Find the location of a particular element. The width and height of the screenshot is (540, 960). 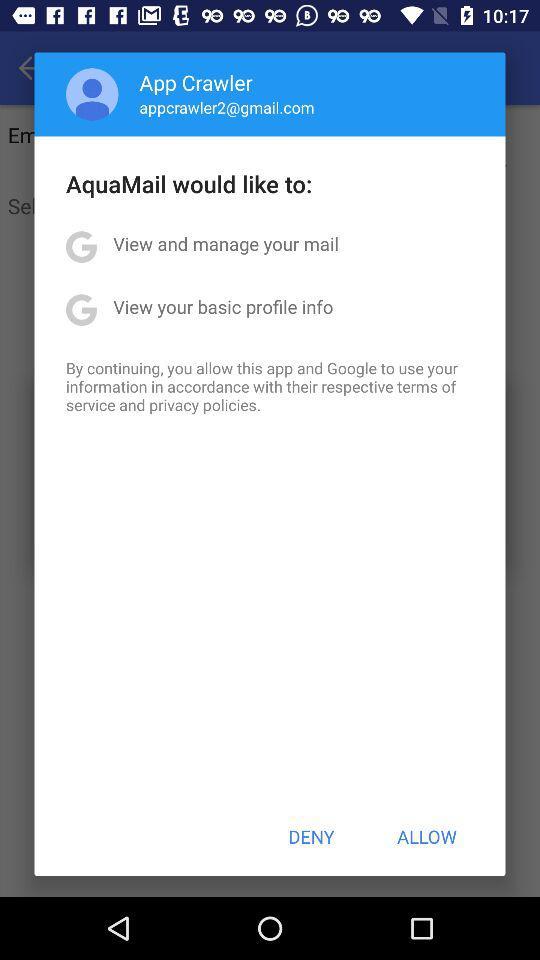

app below app crawler app is located at coordinates (226, 107).